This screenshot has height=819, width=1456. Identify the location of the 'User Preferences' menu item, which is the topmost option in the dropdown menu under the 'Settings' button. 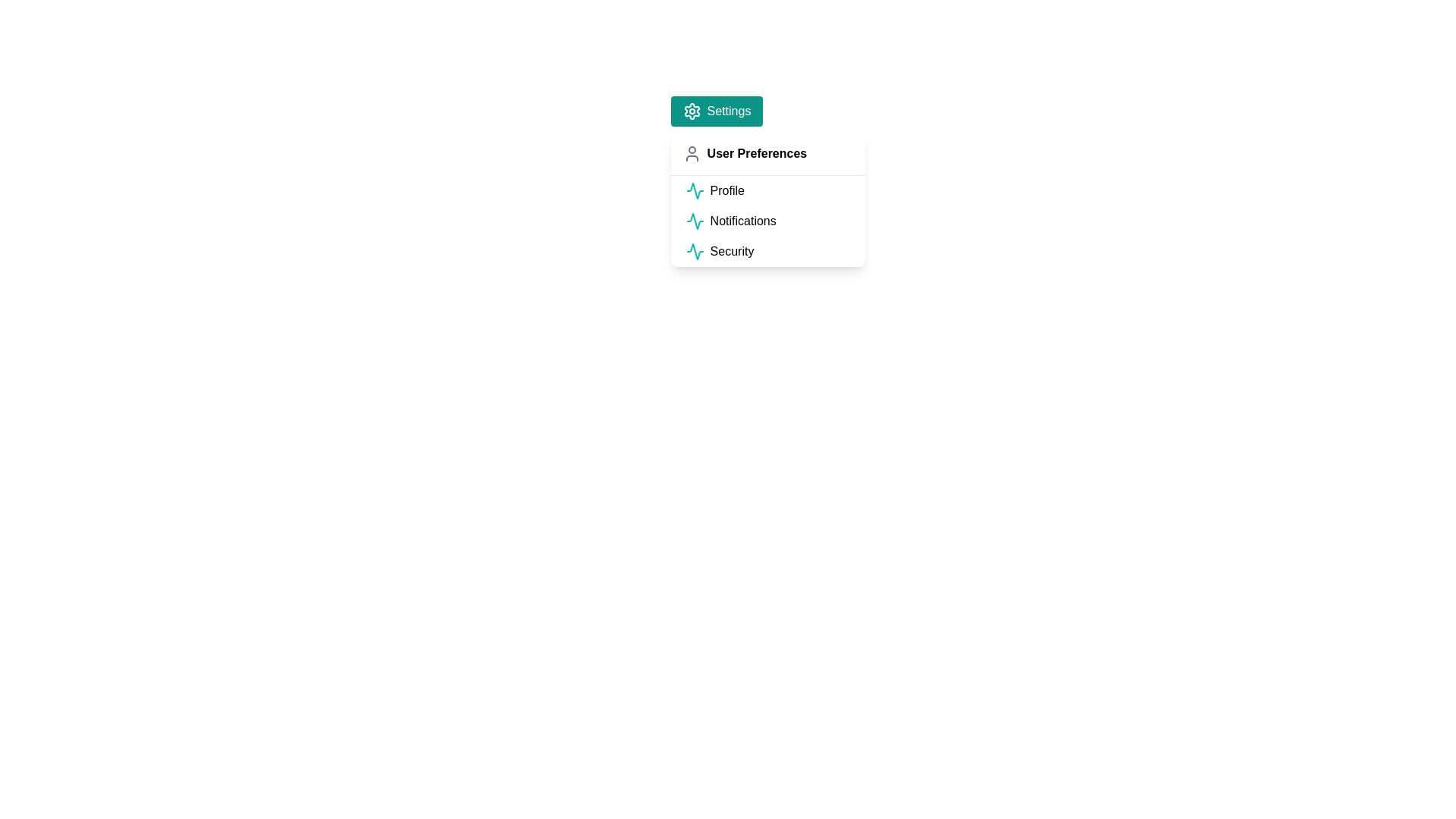
(767, 154).